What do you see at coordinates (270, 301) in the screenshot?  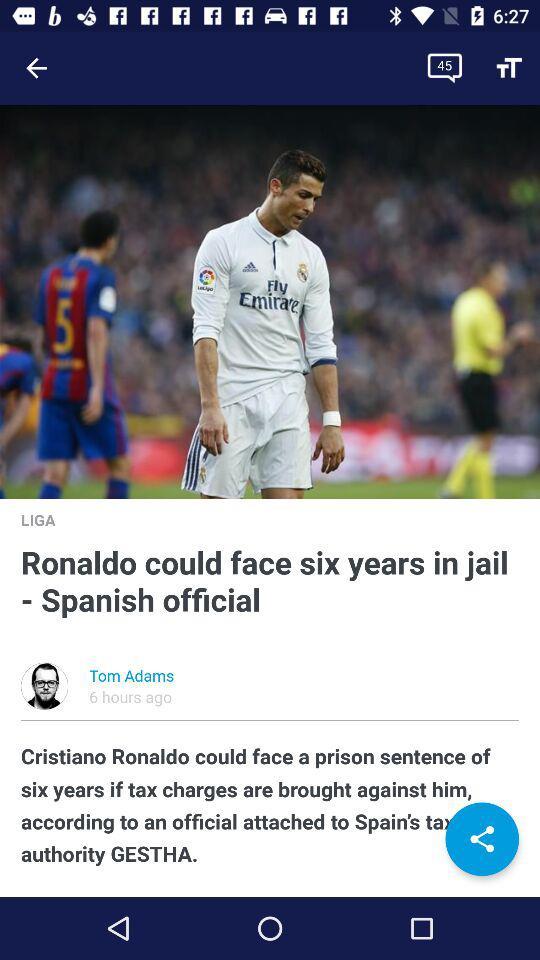 I see `open image` at bounding box center [270, 301].